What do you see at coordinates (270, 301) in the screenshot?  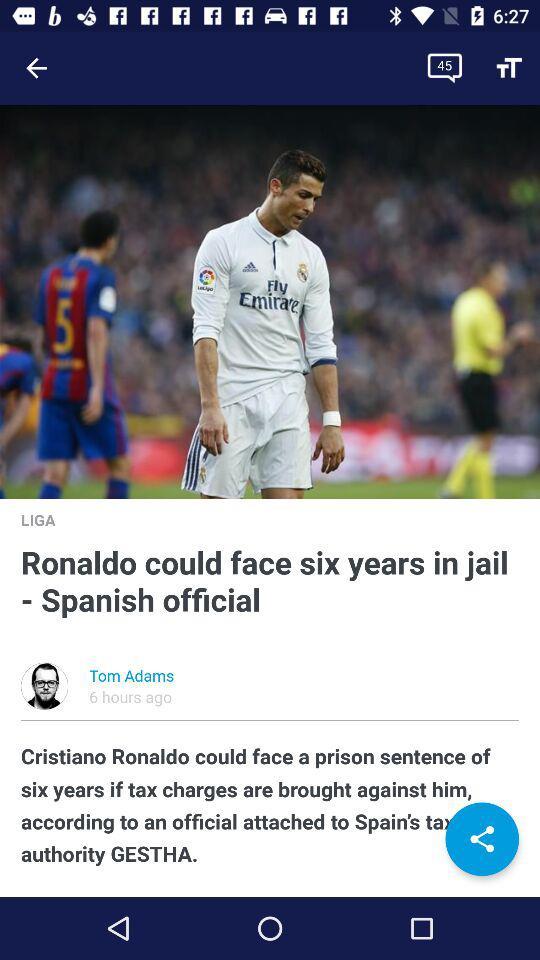 I see `open image` at bounding box center [270, 301].